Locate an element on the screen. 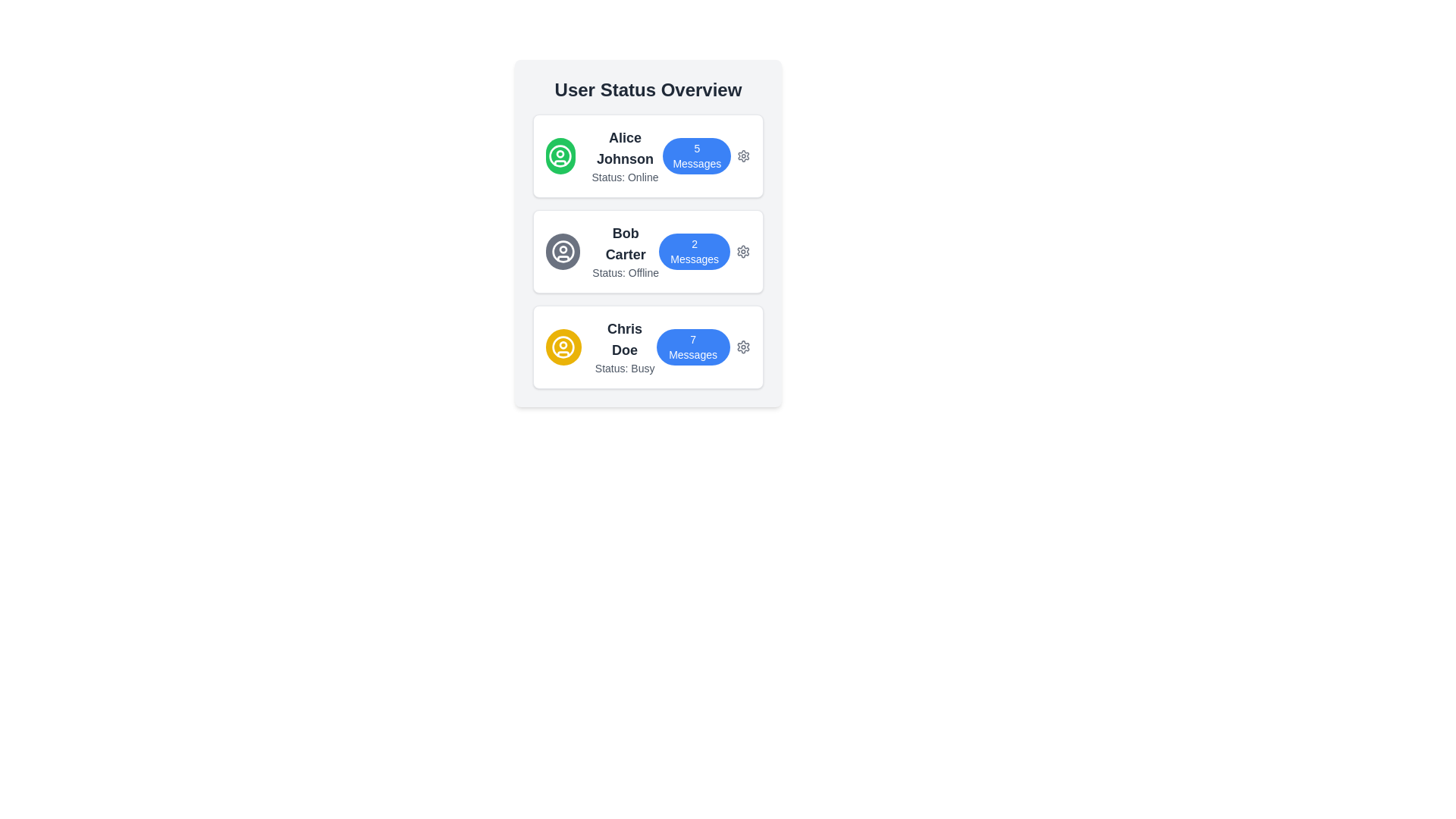 The width and height of the screenshot is (1456, 819). the Avatar icon with a bright yellow background located to the left of 'Chris Doe' and above 'Status: Busy' in the 'User Status Overview' section is located at coordinates (563, 347).